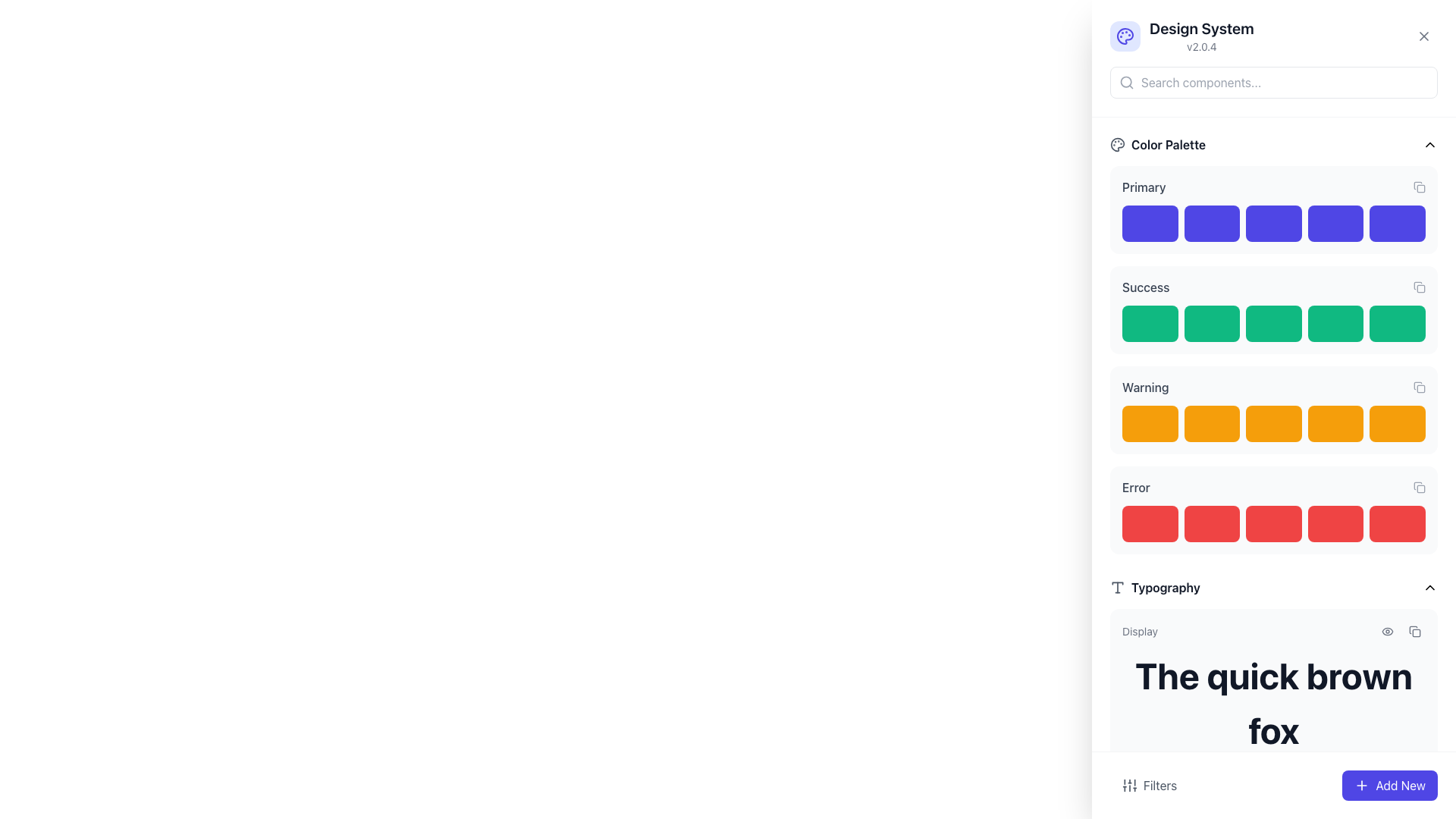 Image resolution: width=1456 pixels, height=819 pixels. I want to click on the second green button in the 'Color Palette' section, so click(1211, 323).